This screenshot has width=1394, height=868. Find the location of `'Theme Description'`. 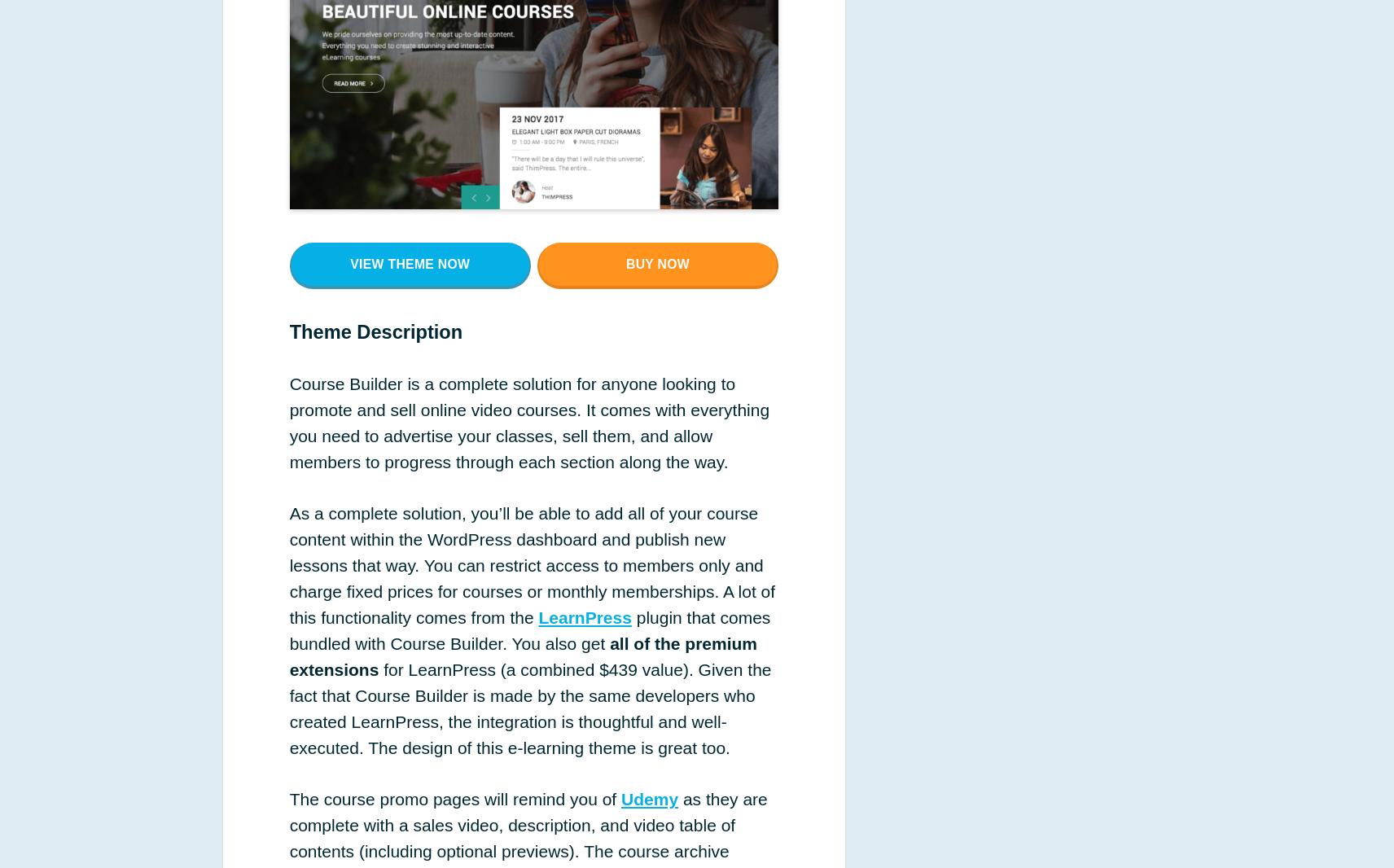

'Theme Description' is located at coordinates (375, 331).